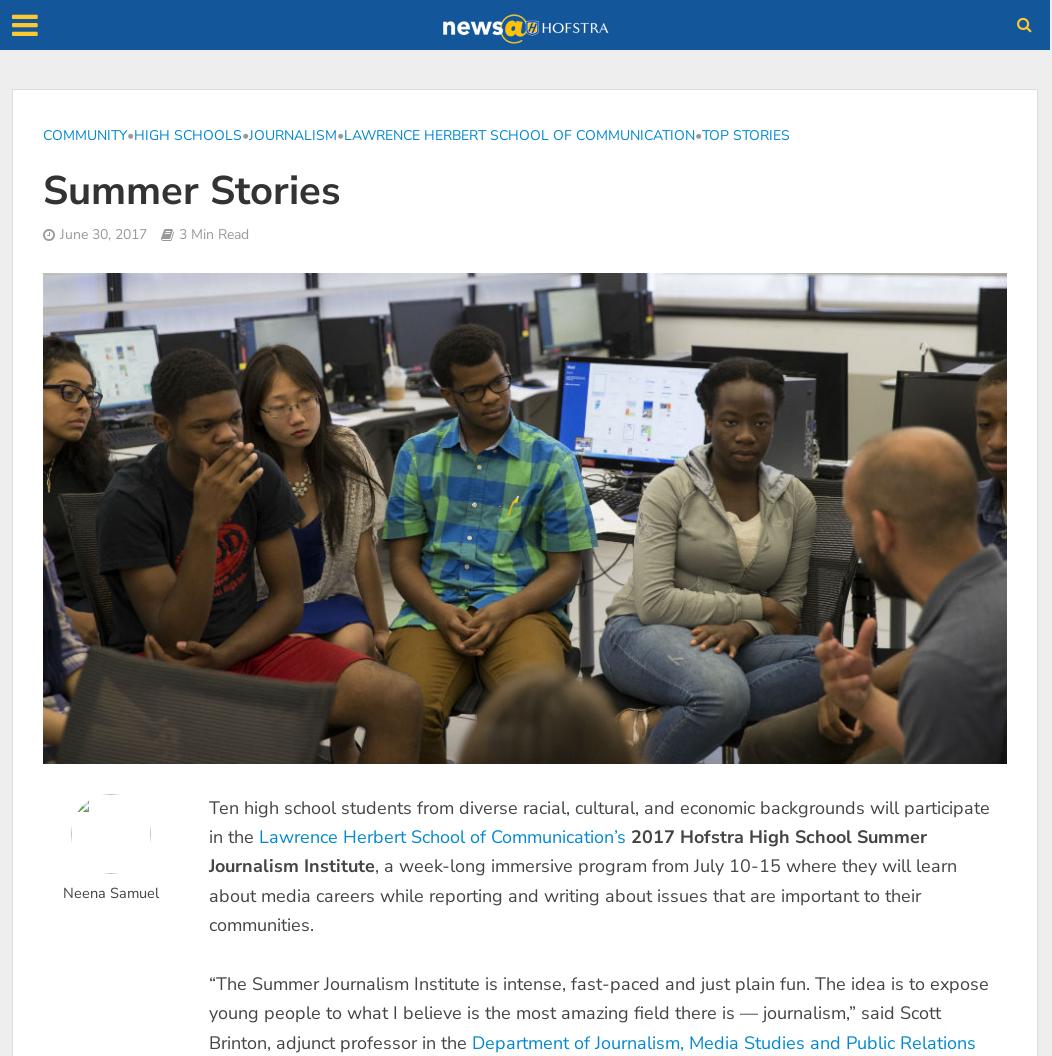 The width and height of the screenshot is (1052, 1056). I want to click on 'Top Stories', so click(745, 135).